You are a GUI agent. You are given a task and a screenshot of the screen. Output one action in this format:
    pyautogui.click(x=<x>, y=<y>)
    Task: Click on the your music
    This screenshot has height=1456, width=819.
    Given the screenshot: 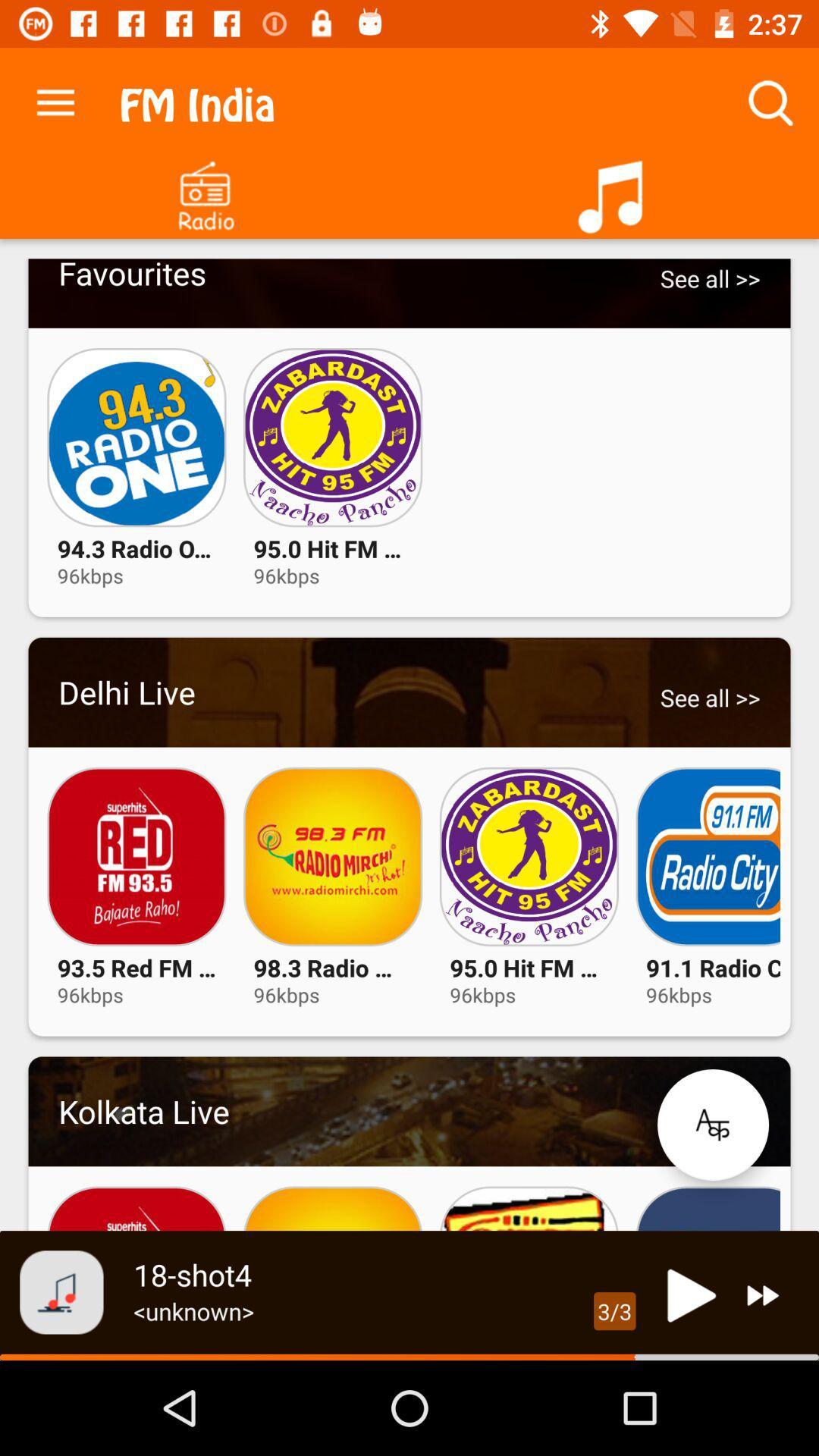 What is the action you would take?
    pyautogui.click(x=614, y=190)
    